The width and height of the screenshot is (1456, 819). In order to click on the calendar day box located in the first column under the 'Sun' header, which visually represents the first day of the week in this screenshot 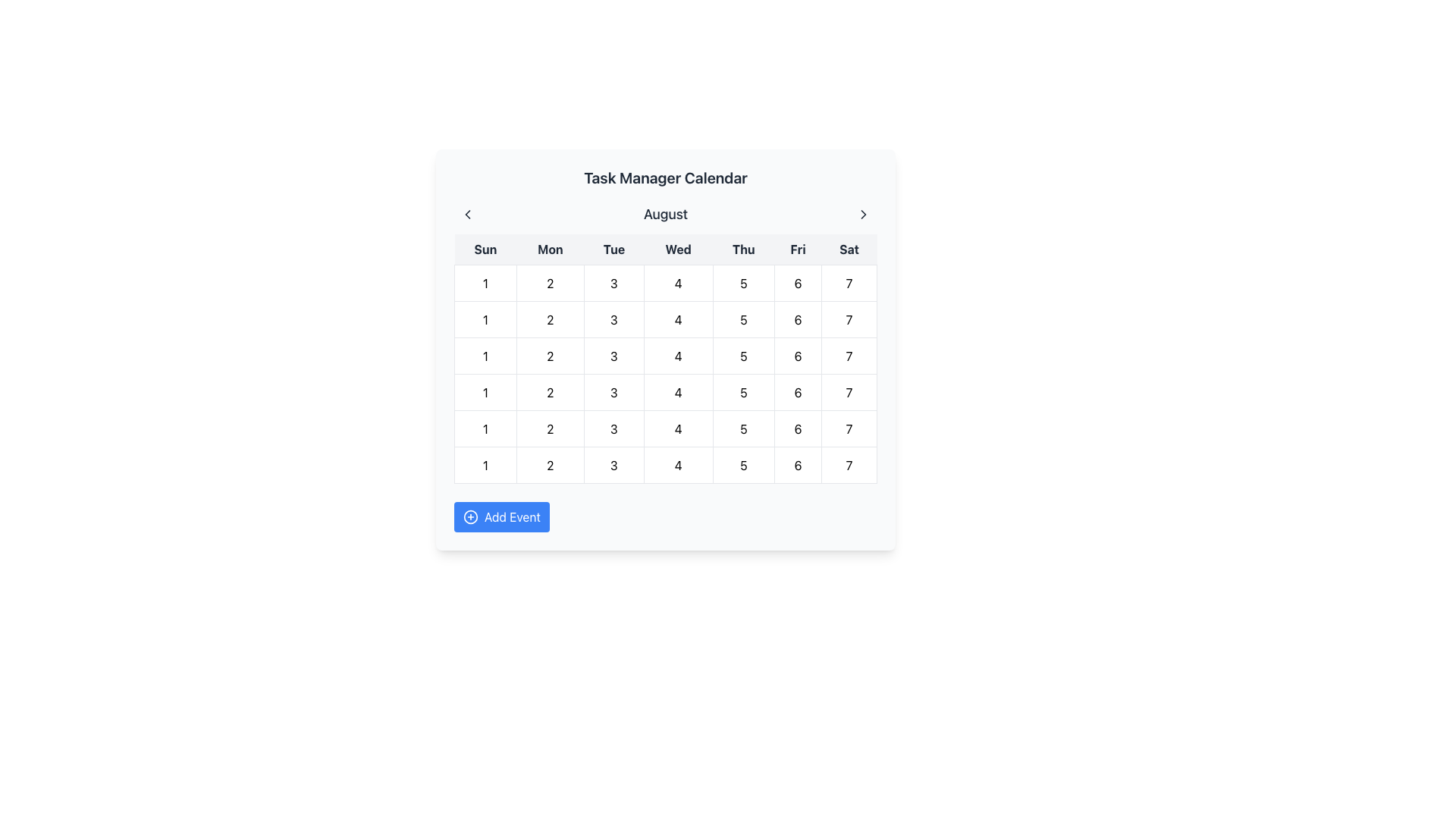, I will do `click(485, 464)`.